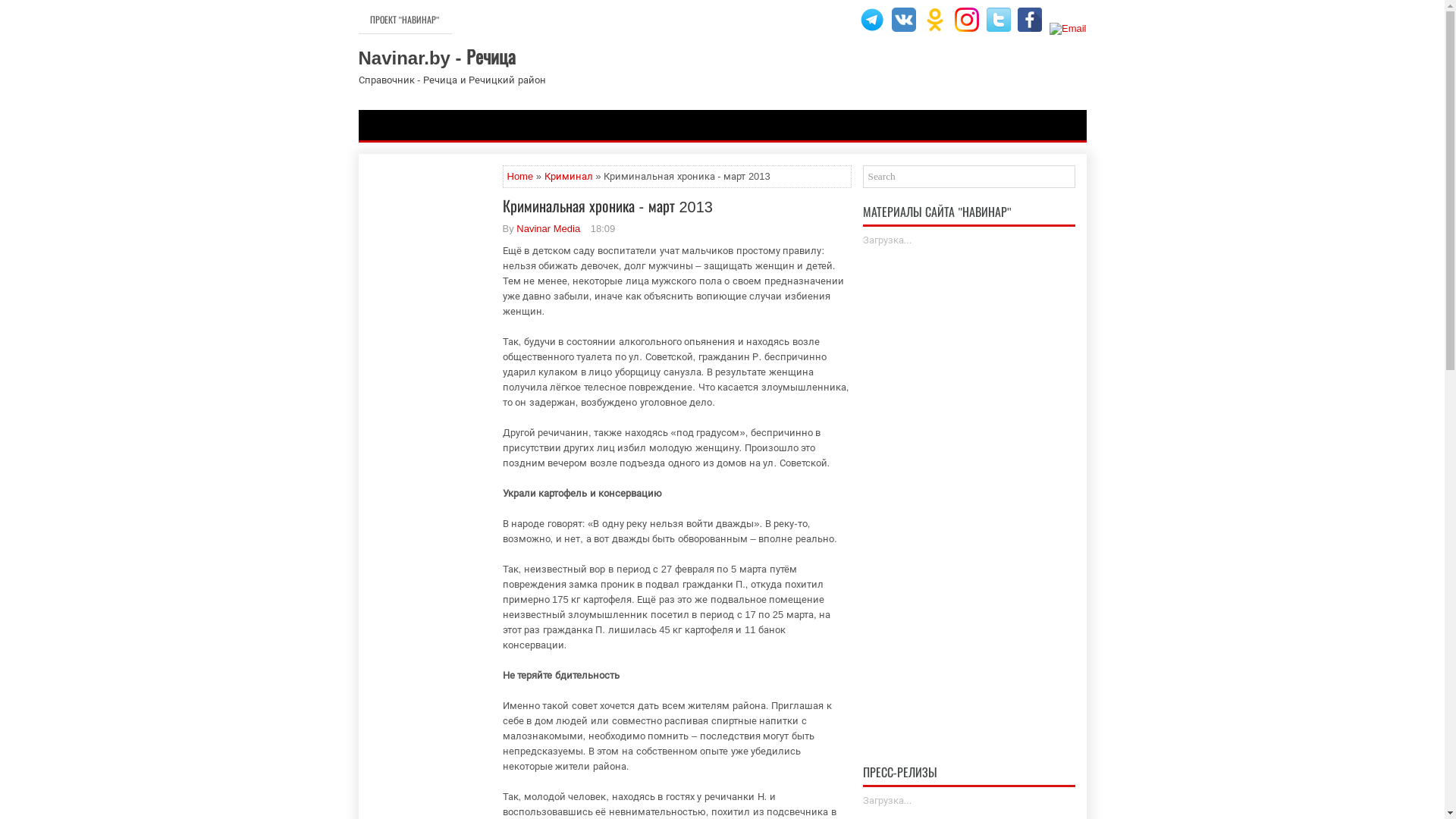 The width and height of the screenshot is (1456, 819). I want to click on 'Facebook', so click(1030, 20).